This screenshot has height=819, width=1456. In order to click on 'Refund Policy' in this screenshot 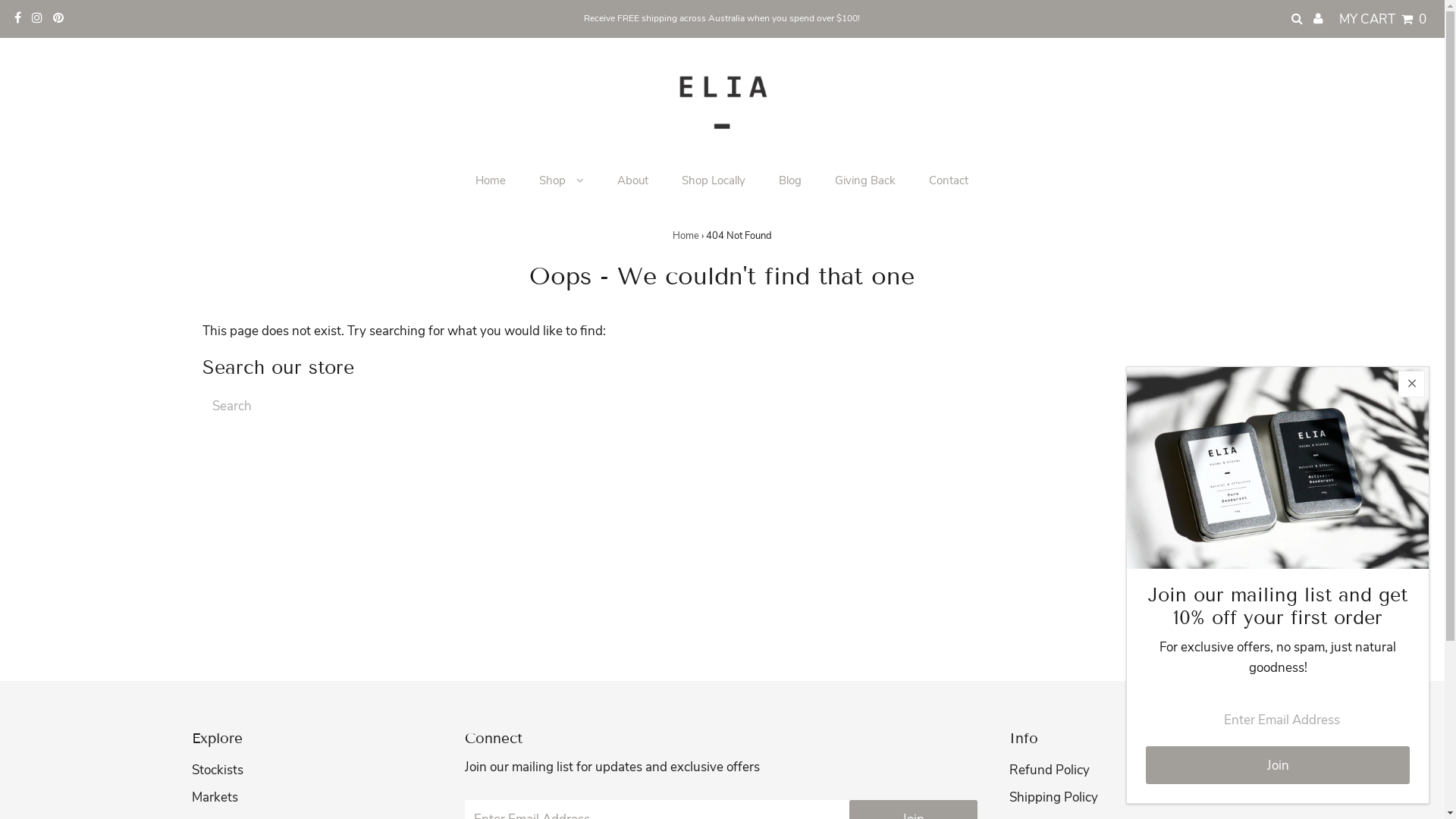, I will do `click(1047, 770)`.